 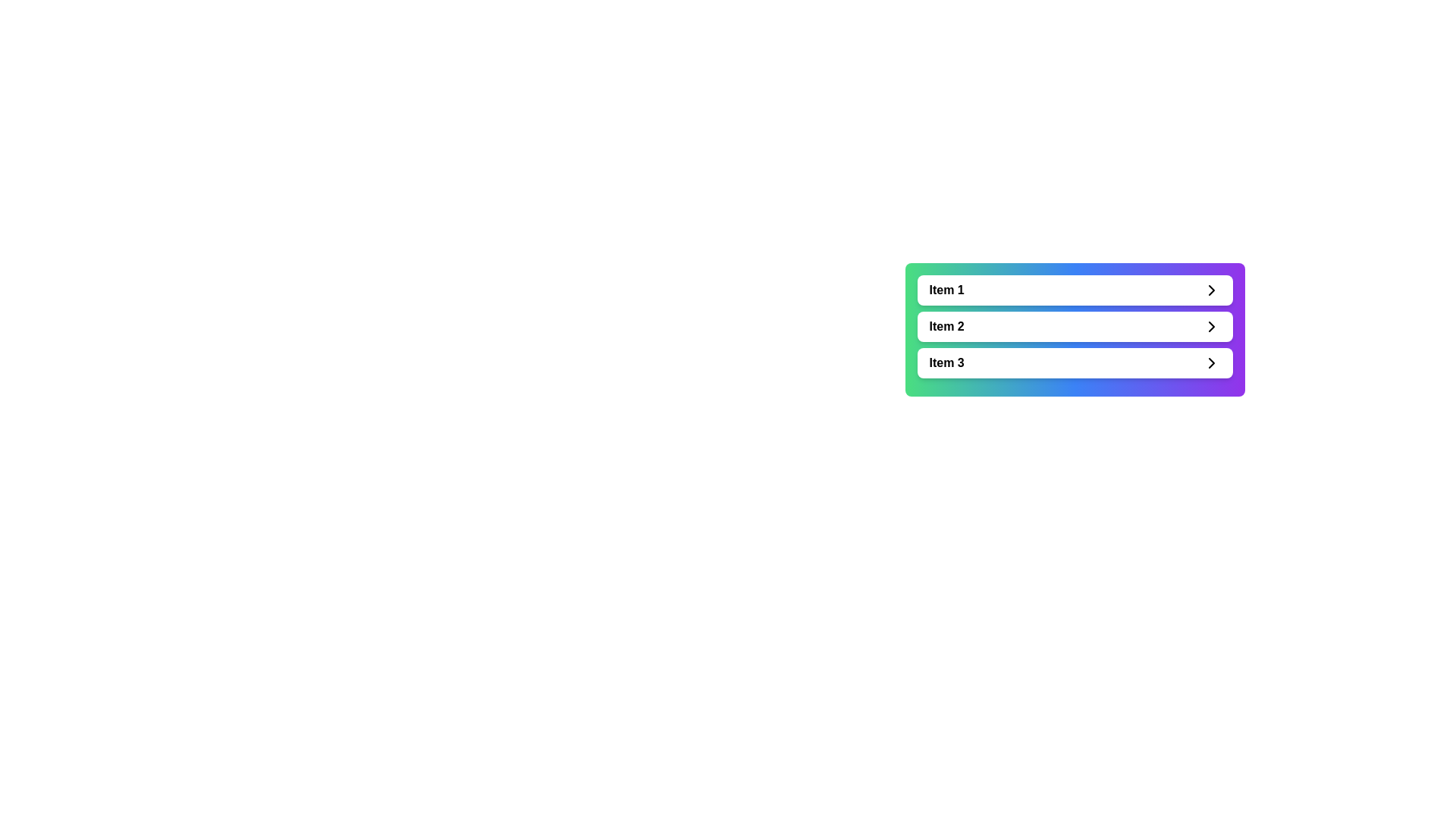 I want to click on text label displaying 'Item 2' which is part of a vertical list positioned on a gradient-colored background, so click(x=946, y=326).